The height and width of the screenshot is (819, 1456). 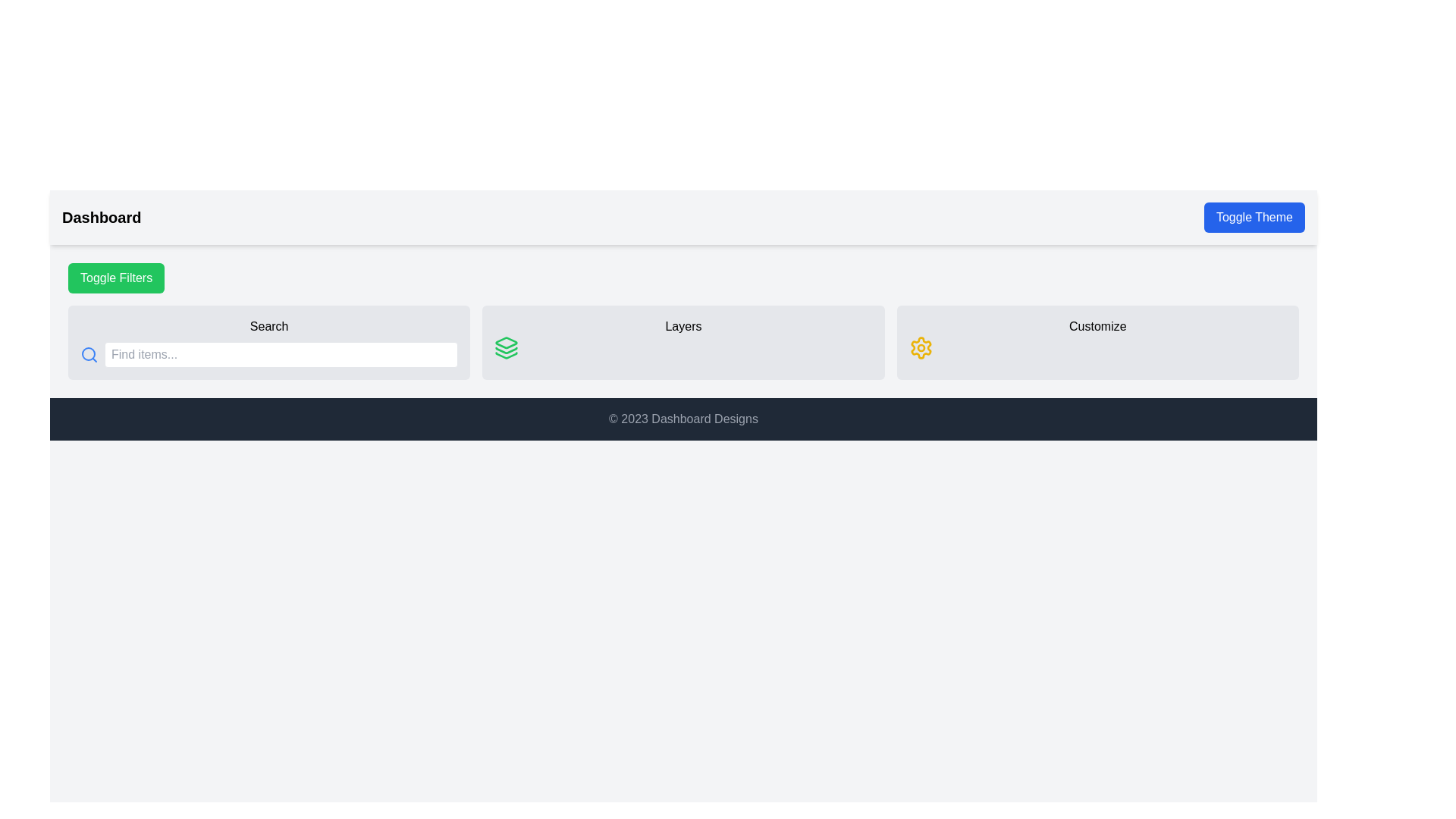 I want to click on the gear icon located in the 'Customize' section, which is positioned on the rightmost card in the top row of the interface, beneath the text label 'Customize', so click(x=920, y=348).